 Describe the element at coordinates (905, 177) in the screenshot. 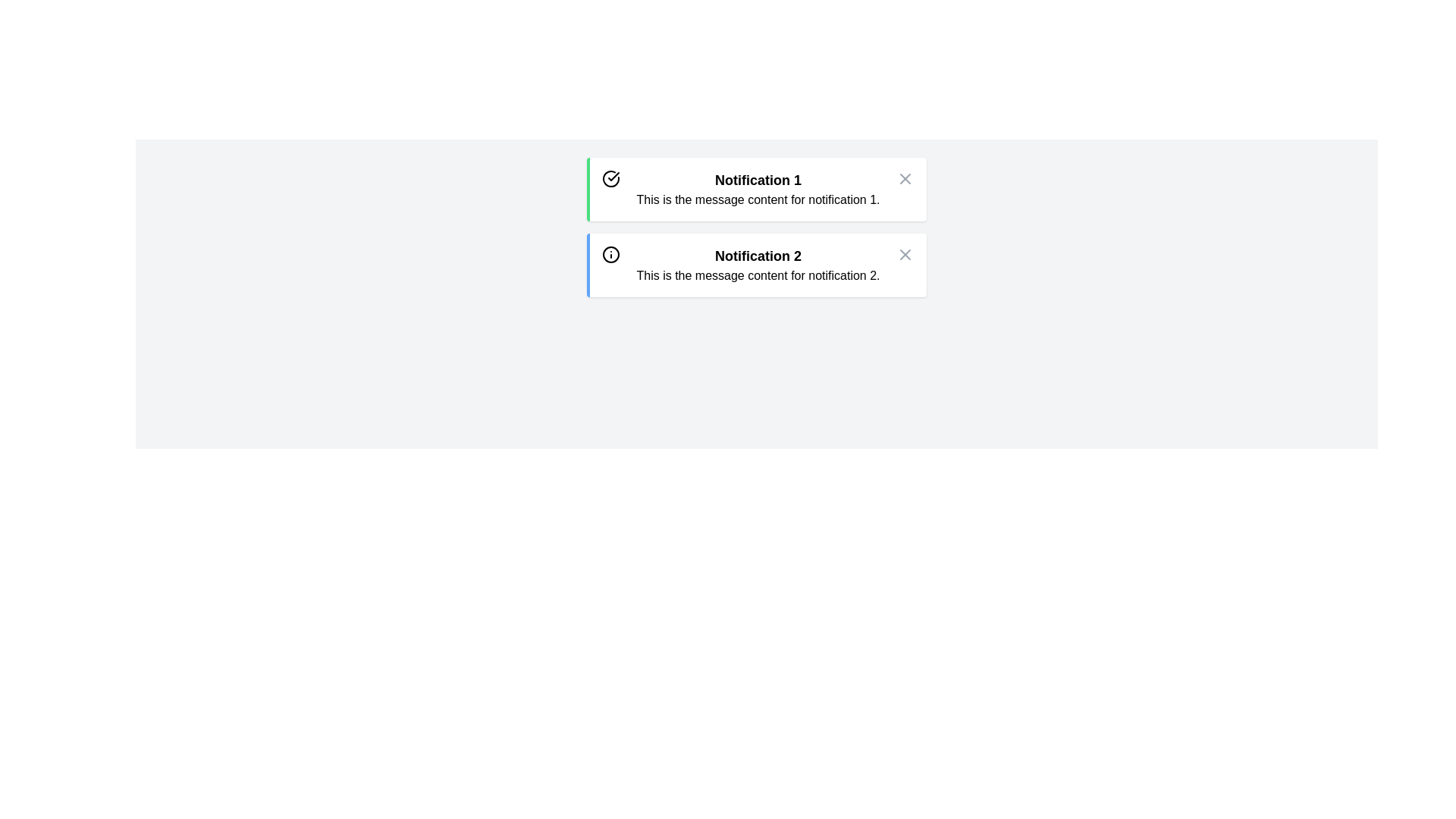

I see `the cross icon in the top-right corner of the first notification card` at that location.